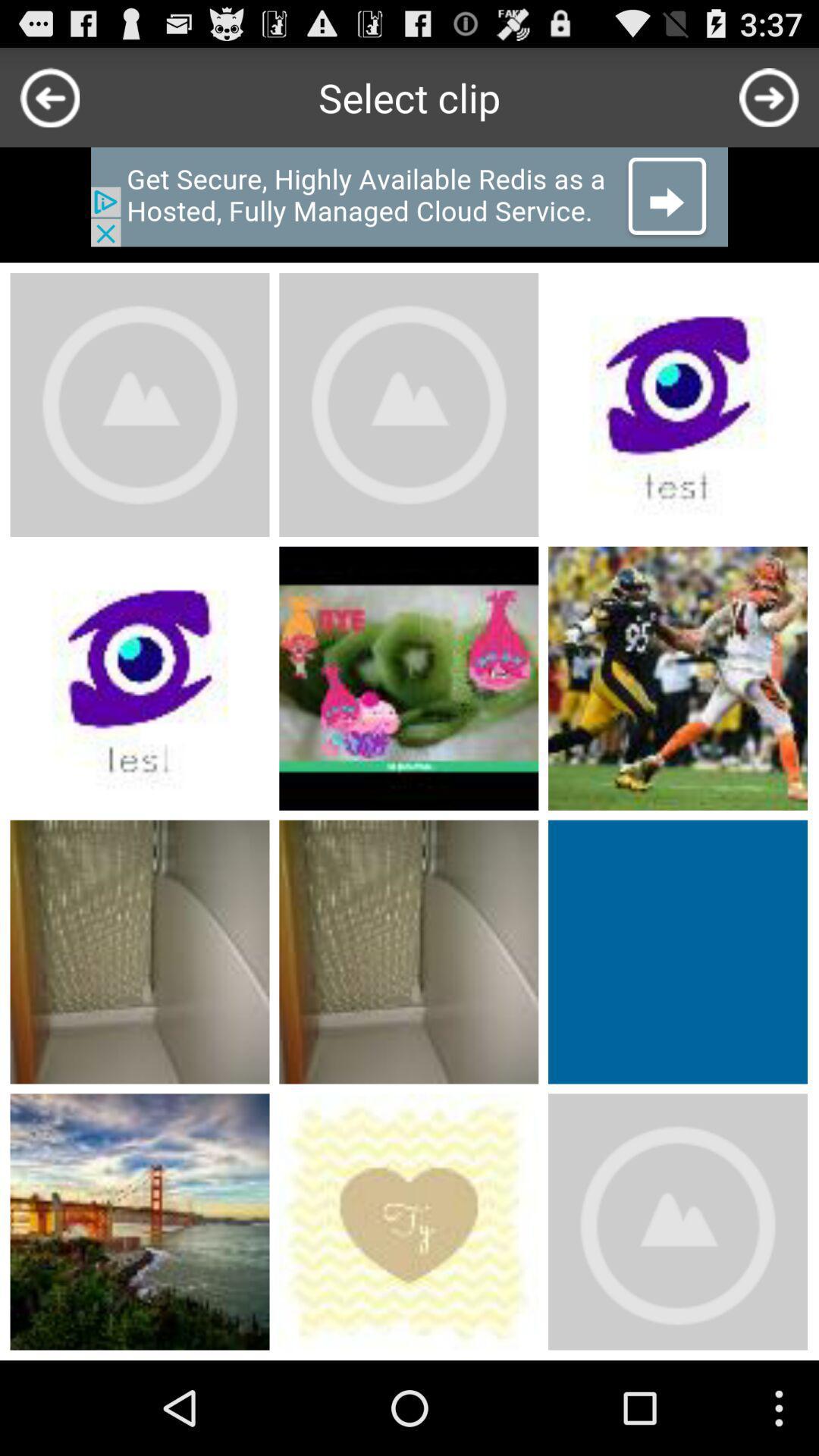 The height and width of the screenshot is (1456, 819). I want to click on the arrow_forward icon, so click(769, 103).